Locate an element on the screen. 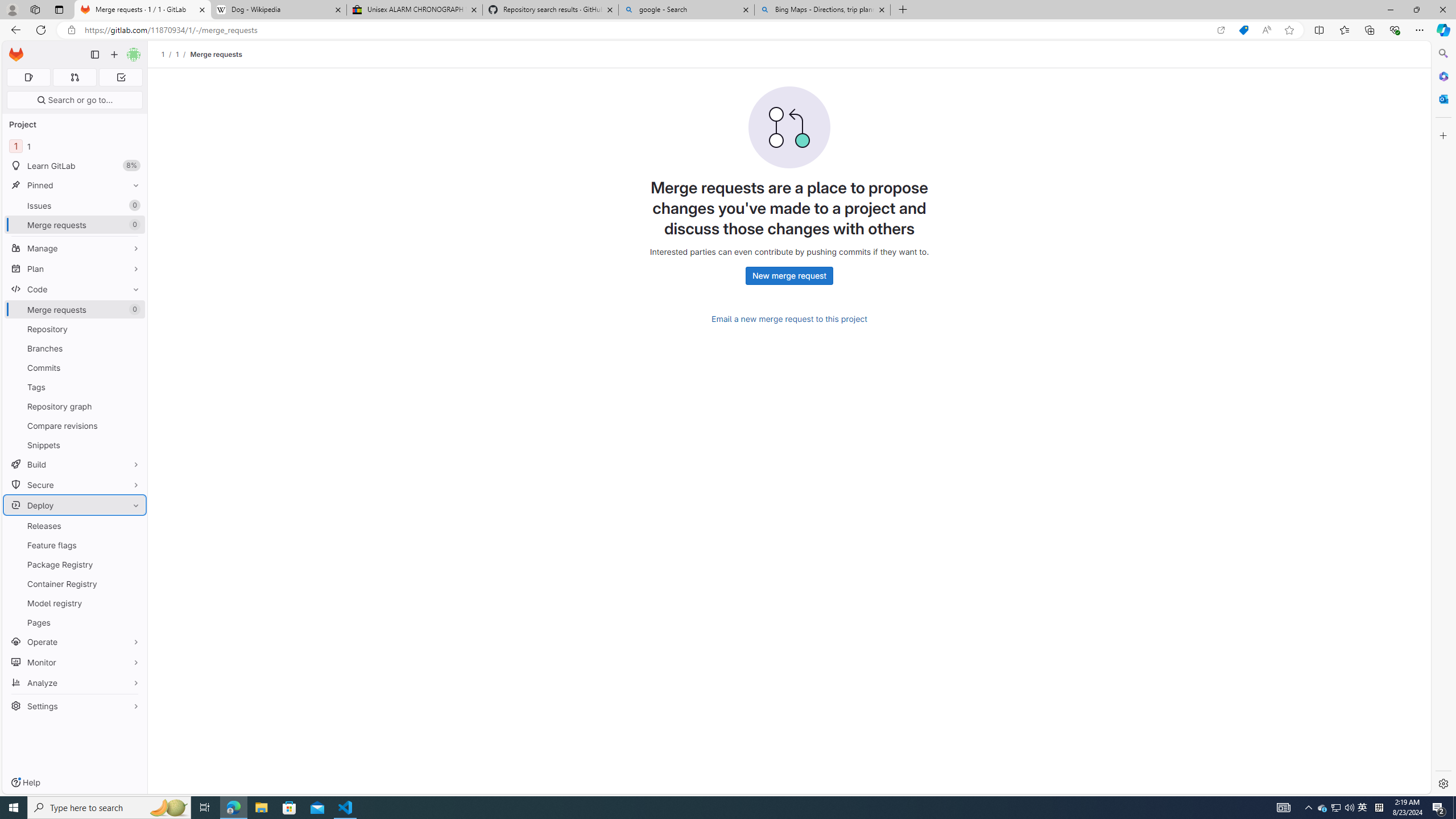 The height and width of the screenshot is (819, 1456). 'Deploy' is located at coordinates (74, 505).